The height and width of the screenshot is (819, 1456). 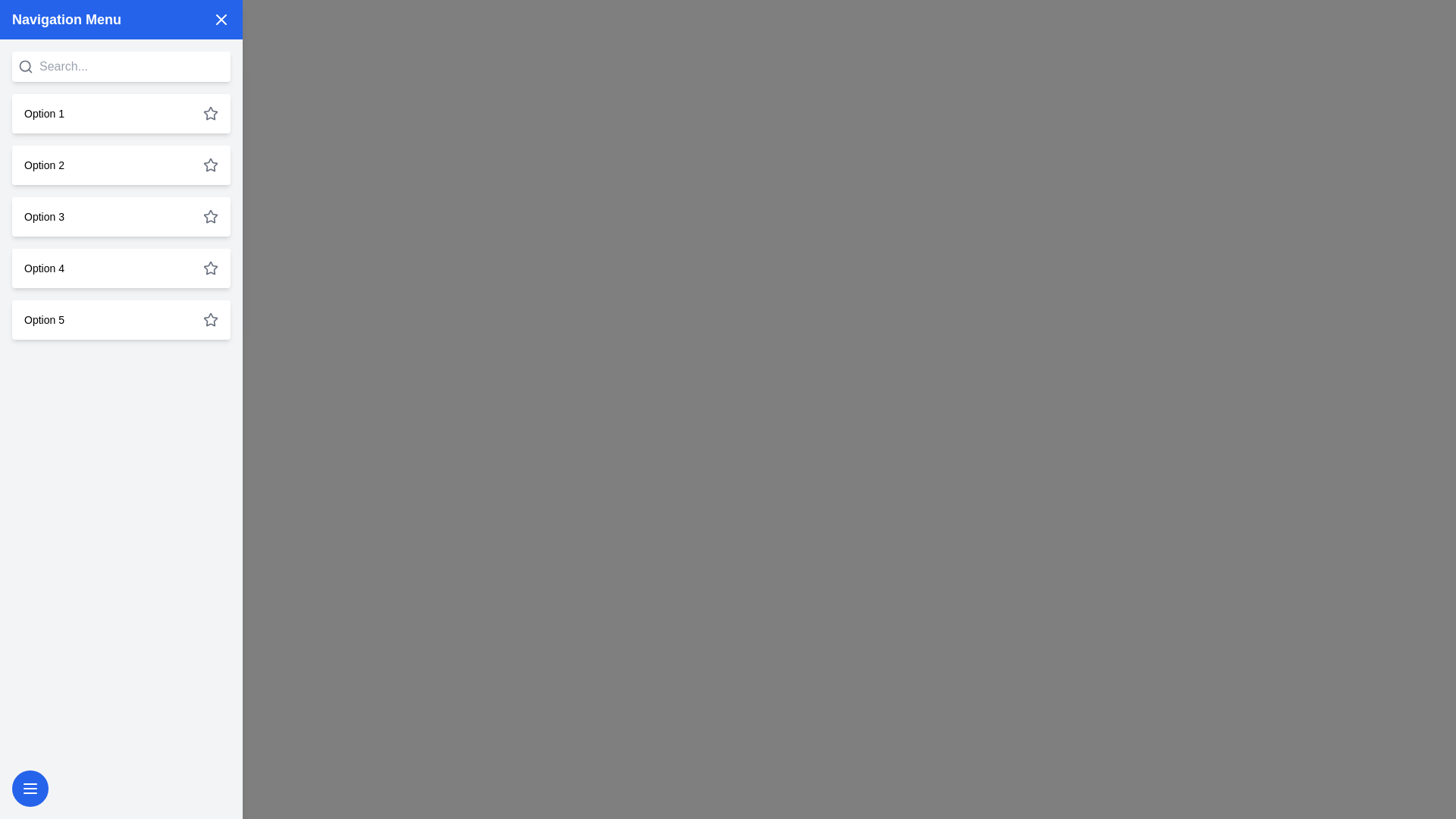 What do you see at coordinates (25, 65) in the screenshot?
I see `the circular lens of the magnifying glass icon located at the top-left of the navigation header, which symbolizes search functionality in the application` at bounding box center [25, 65].